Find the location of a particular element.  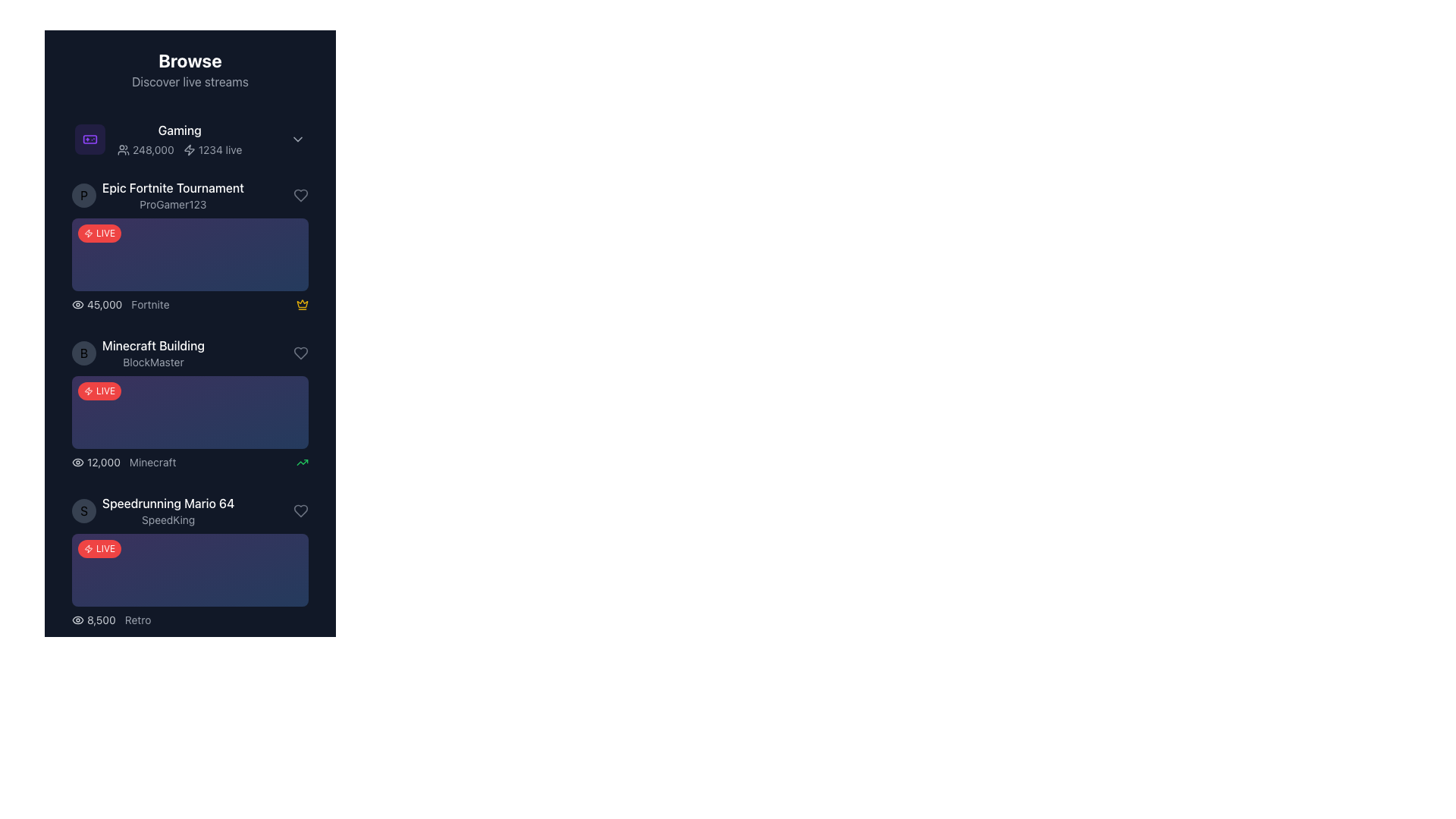

the informative label that displays the number of viewers ('12,000') watching content related to the game 'Minecraft', positioned below 'Minecraft Building' is located at coordinates (124, 461).